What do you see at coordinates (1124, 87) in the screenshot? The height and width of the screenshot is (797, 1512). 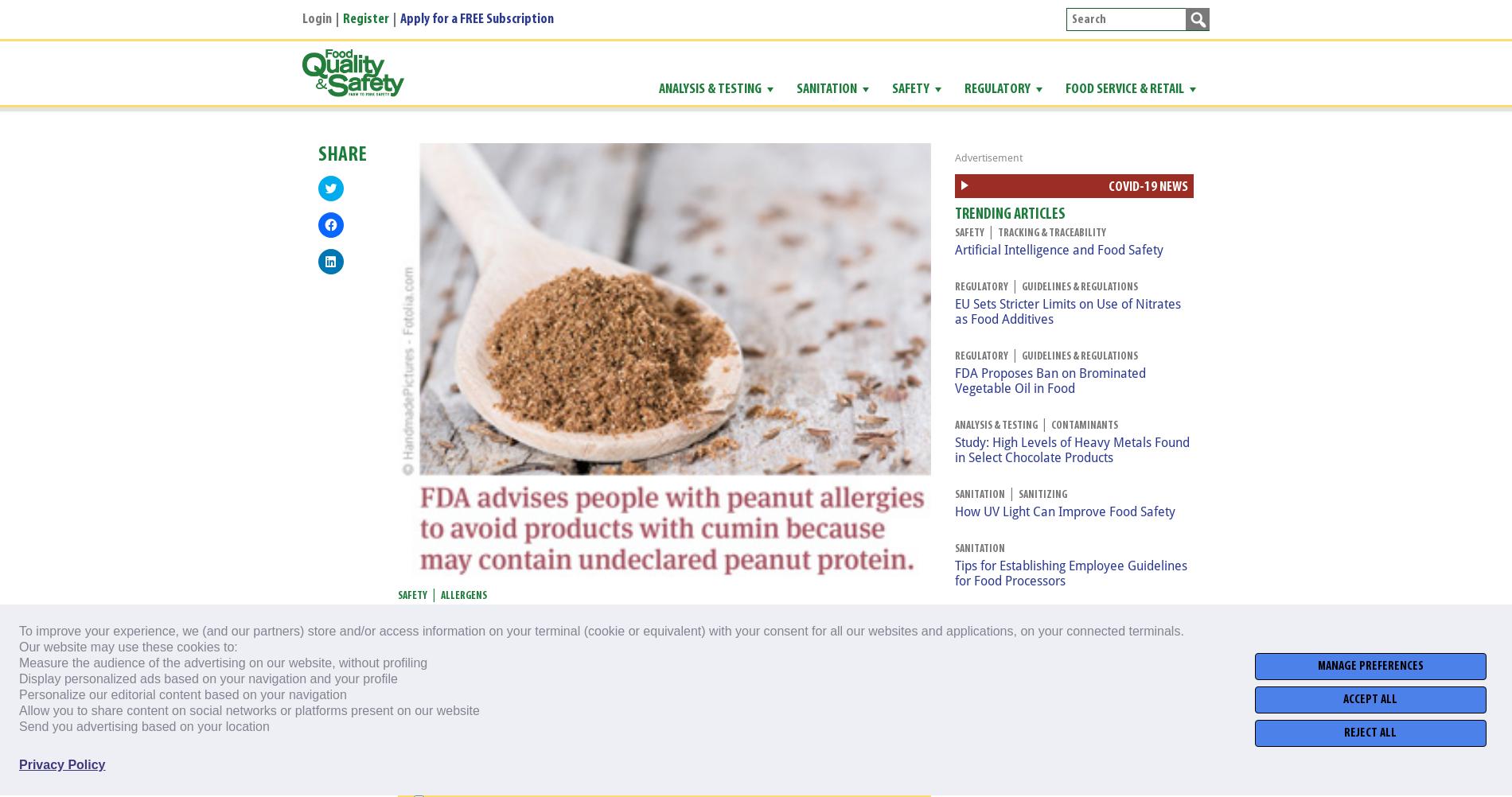 I see `'Food Service & Retail'` at bounding box center [1124, 87].